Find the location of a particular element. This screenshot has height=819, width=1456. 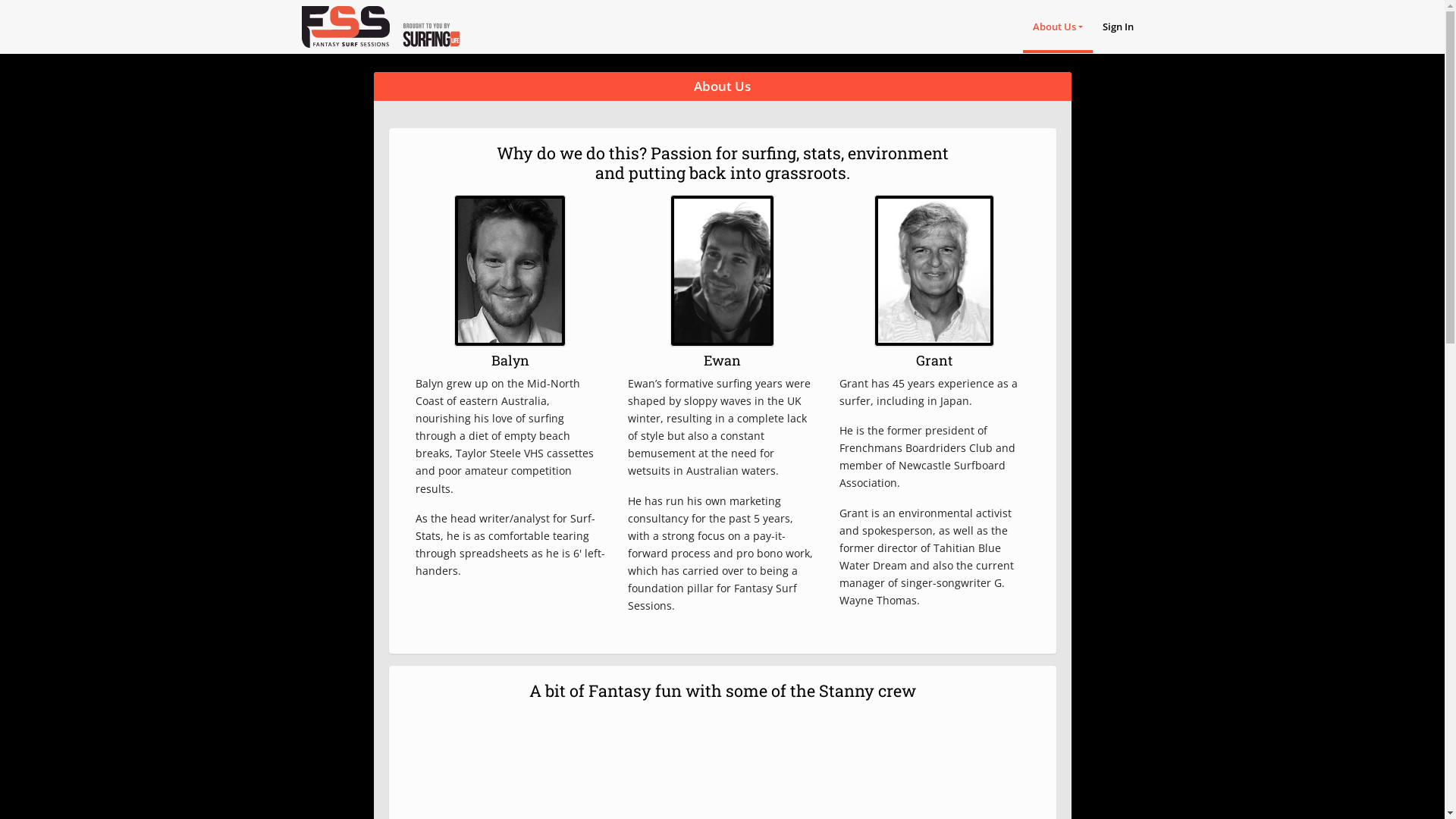

'Sign In' is located at coordinates (1118, 26).